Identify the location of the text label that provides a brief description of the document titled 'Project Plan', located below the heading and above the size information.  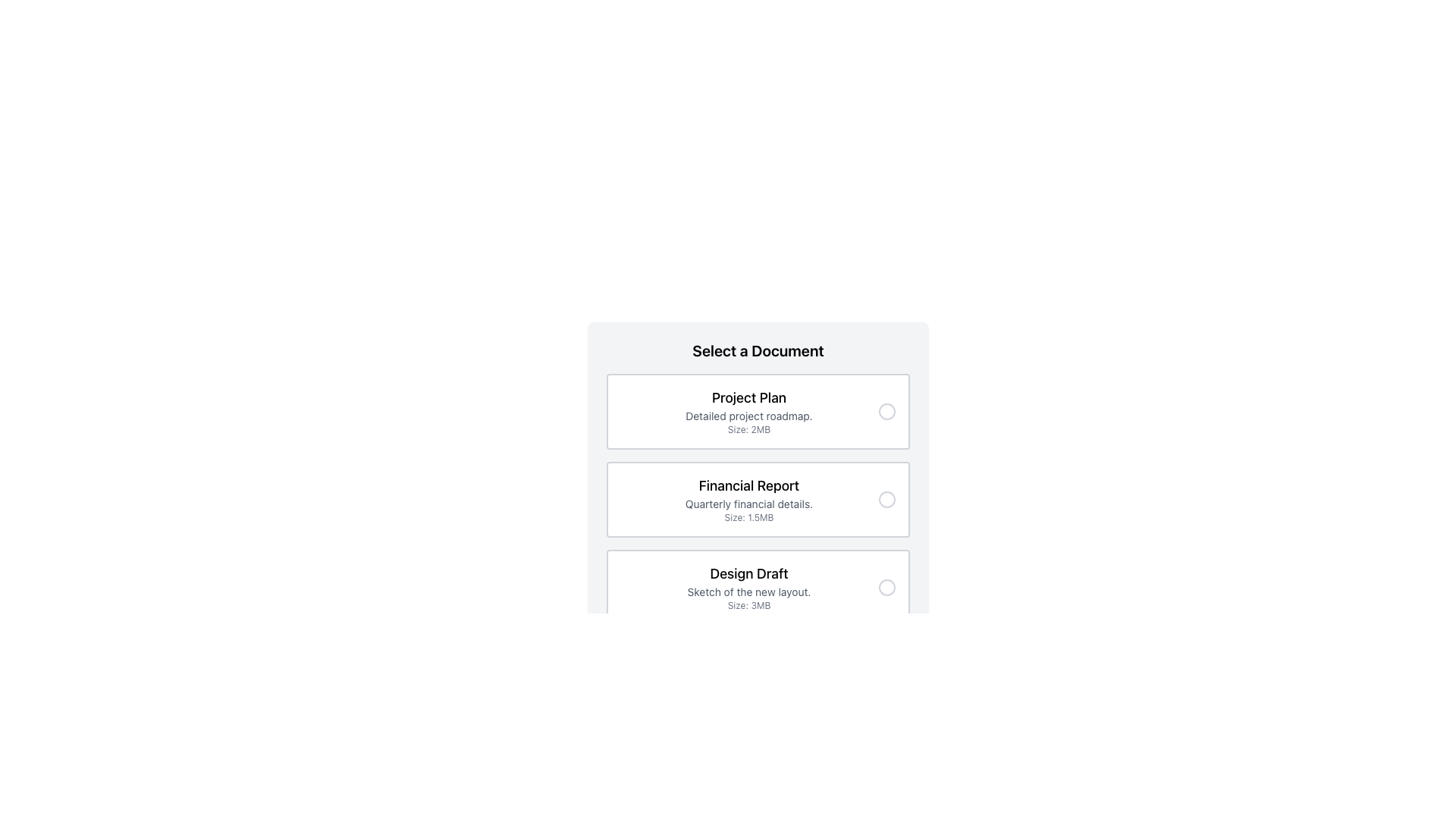
(749, 416).